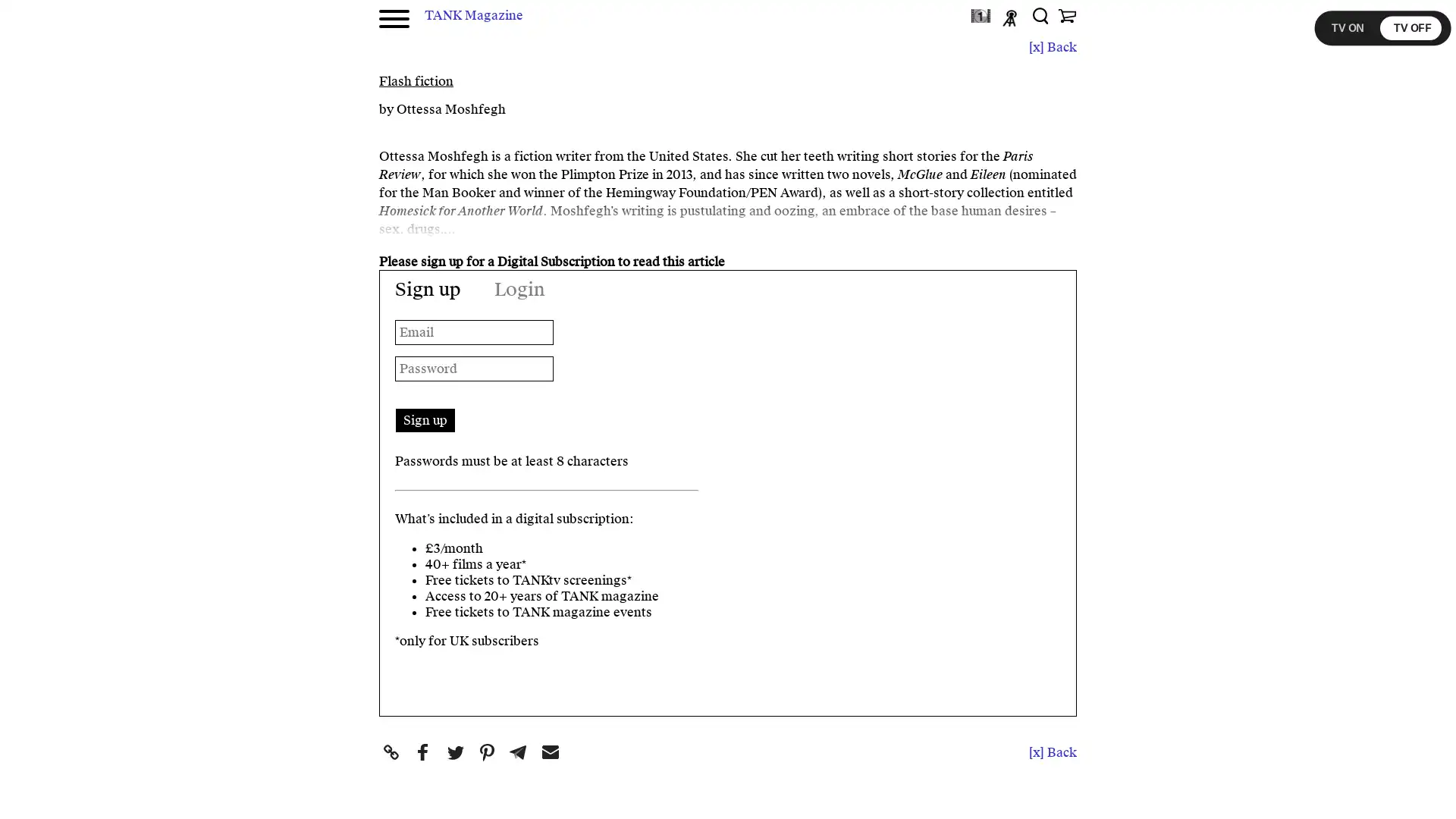 The height and width of the screenshot is (819, 1456). Describe the element at coordinates (1012, 15) in the screenshot. I see `Podcast` at that location.